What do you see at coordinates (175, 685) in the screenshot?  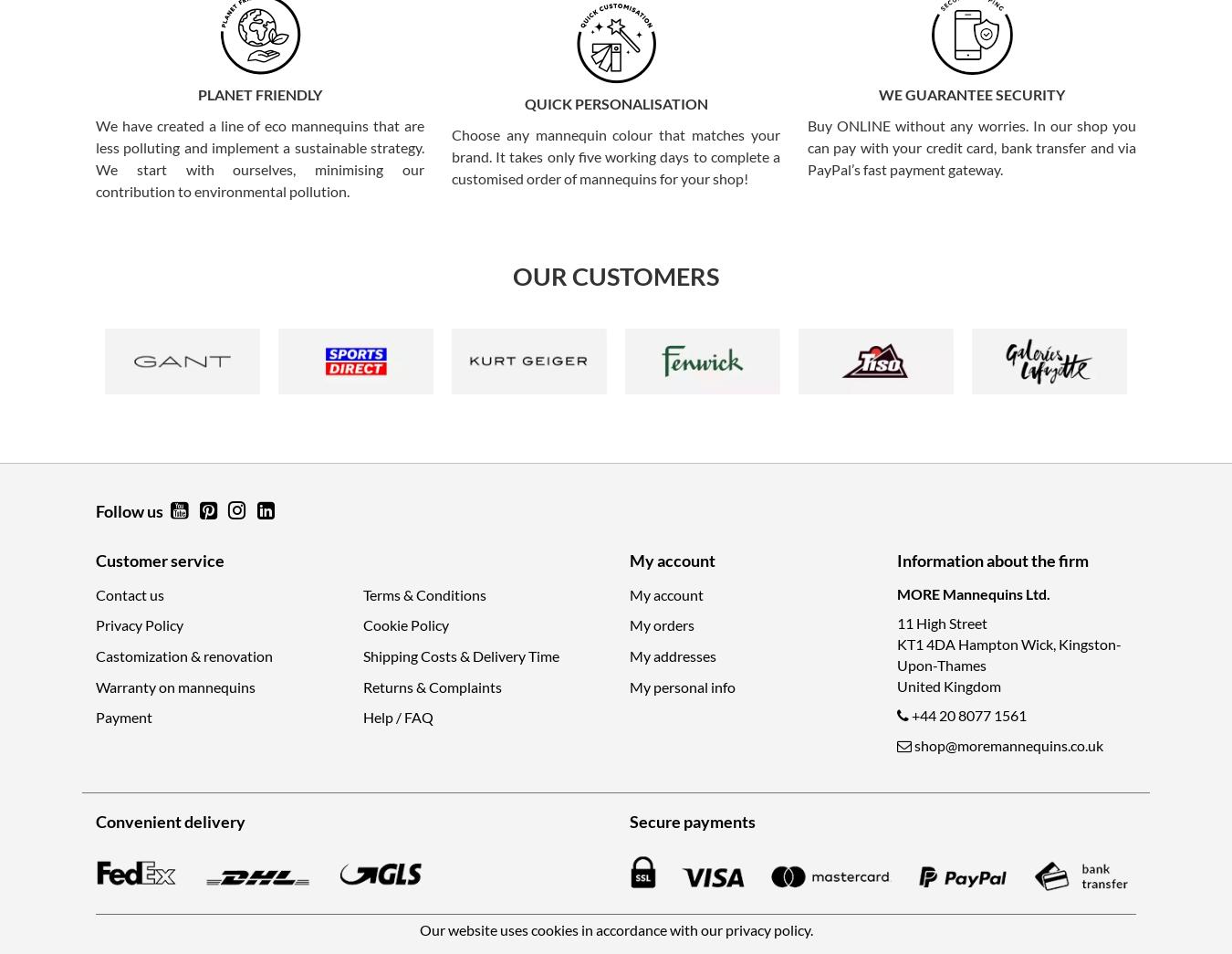 I see `'Warranty on mannequins'` at bounding box center [175, 685].